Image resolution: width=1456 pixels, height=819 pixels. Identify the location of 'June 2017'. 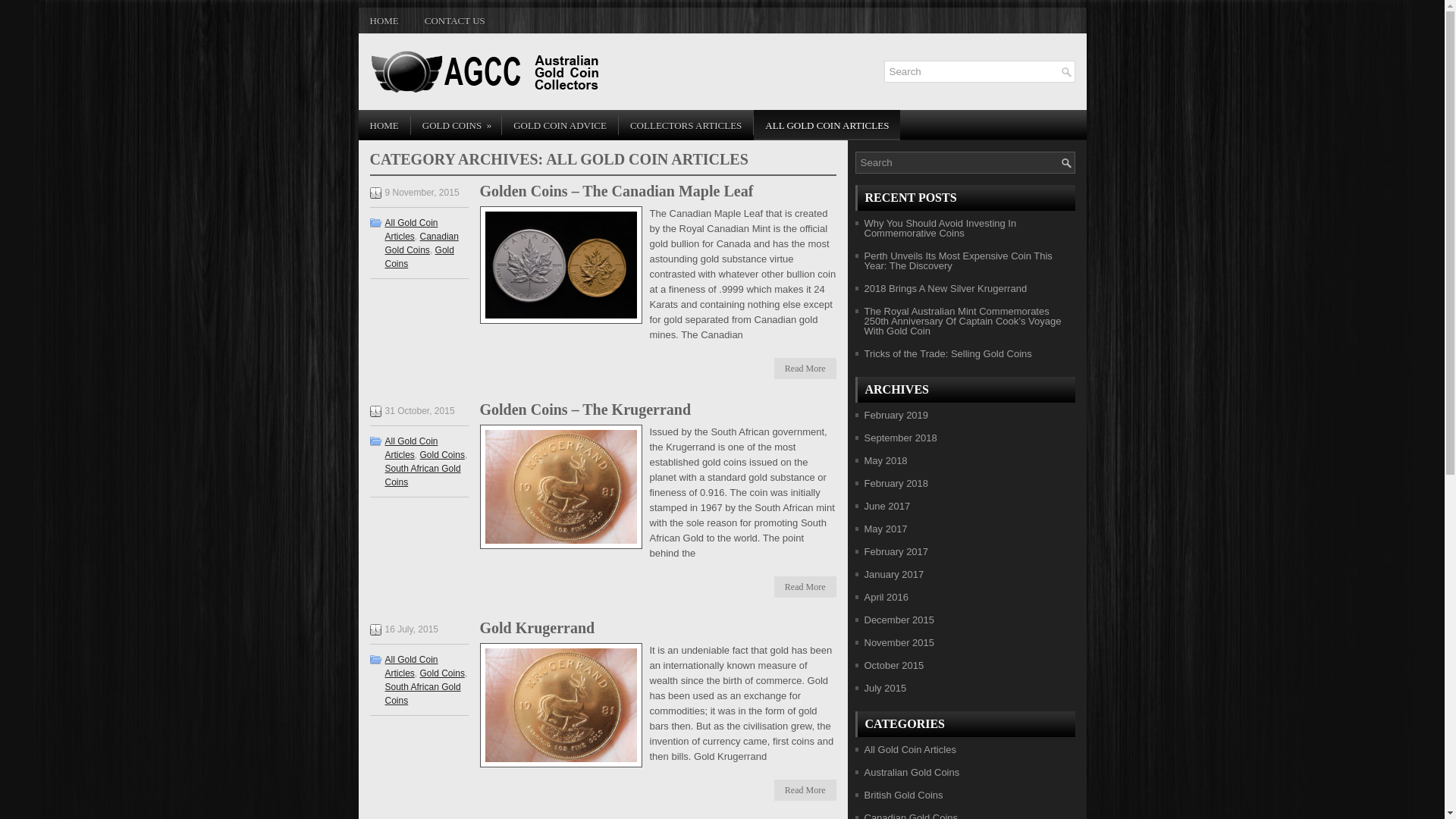
(887, 506).